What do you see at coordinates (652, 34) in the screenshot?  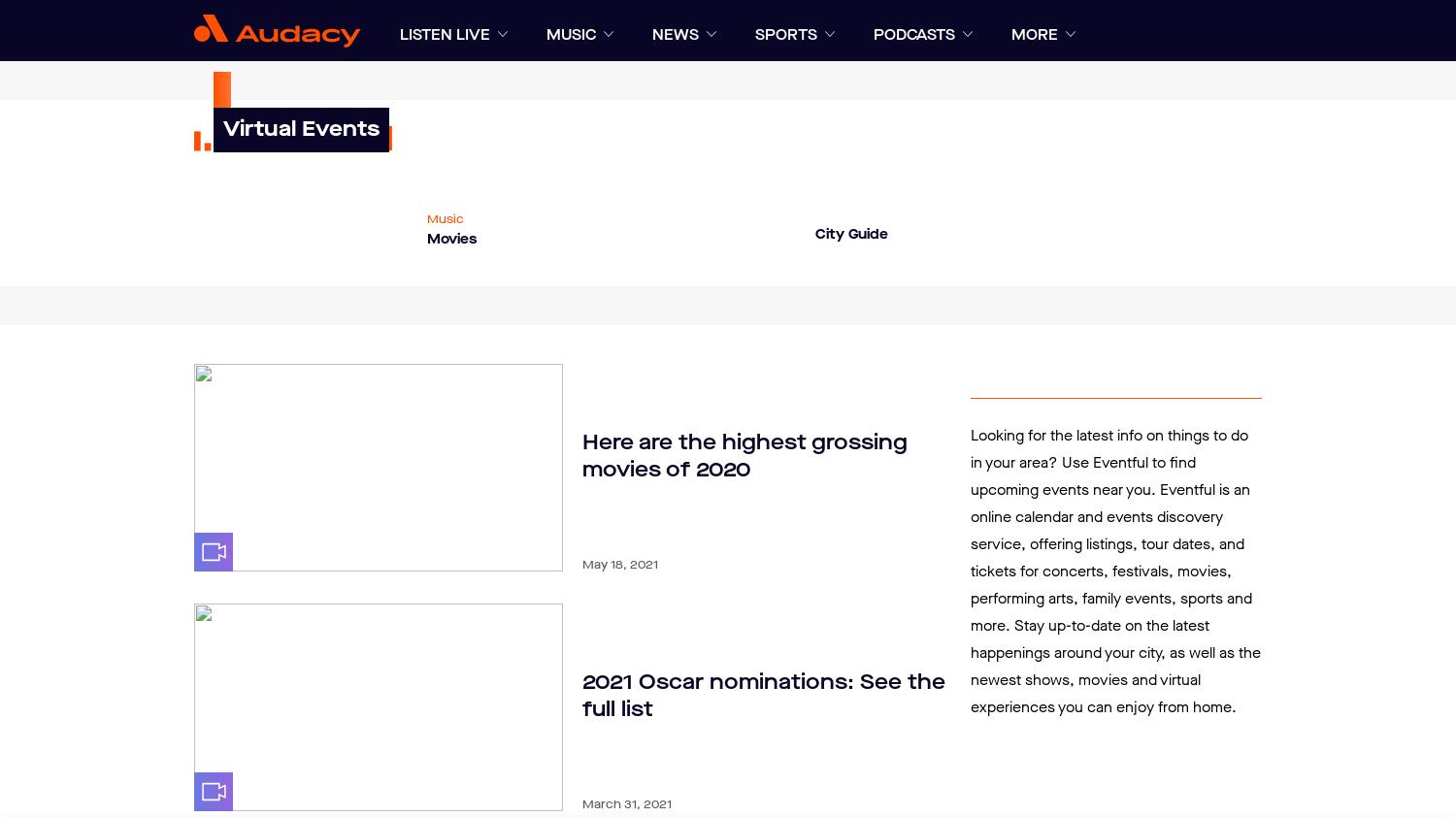 I see `'news'` at bounding box center [652, 34].